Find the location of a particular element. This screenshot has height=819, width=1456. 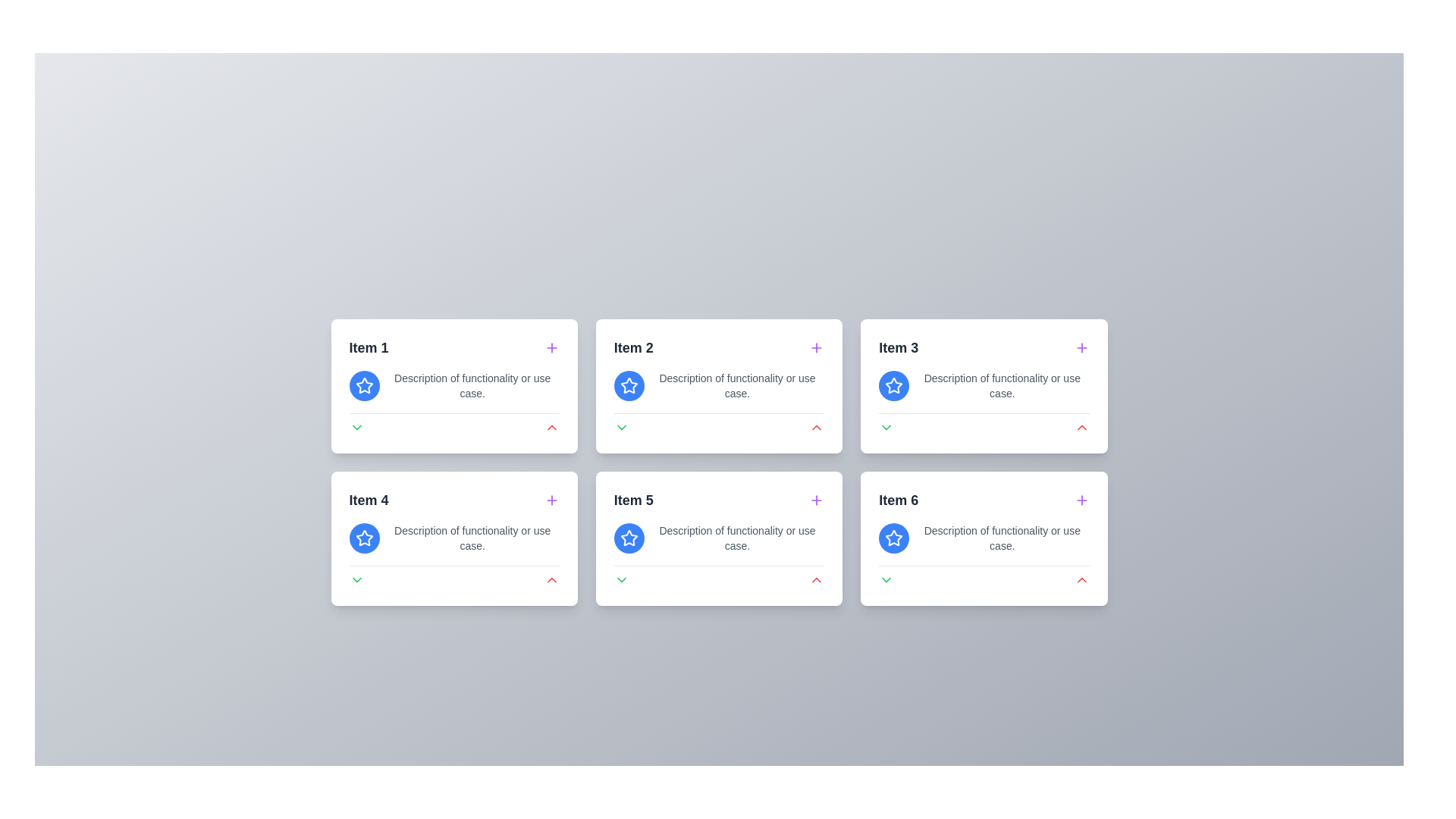

the decorative or interactive marker icon located at the top-left corner of the card labeled 'Item 1' is located at coordinates (364, 385).